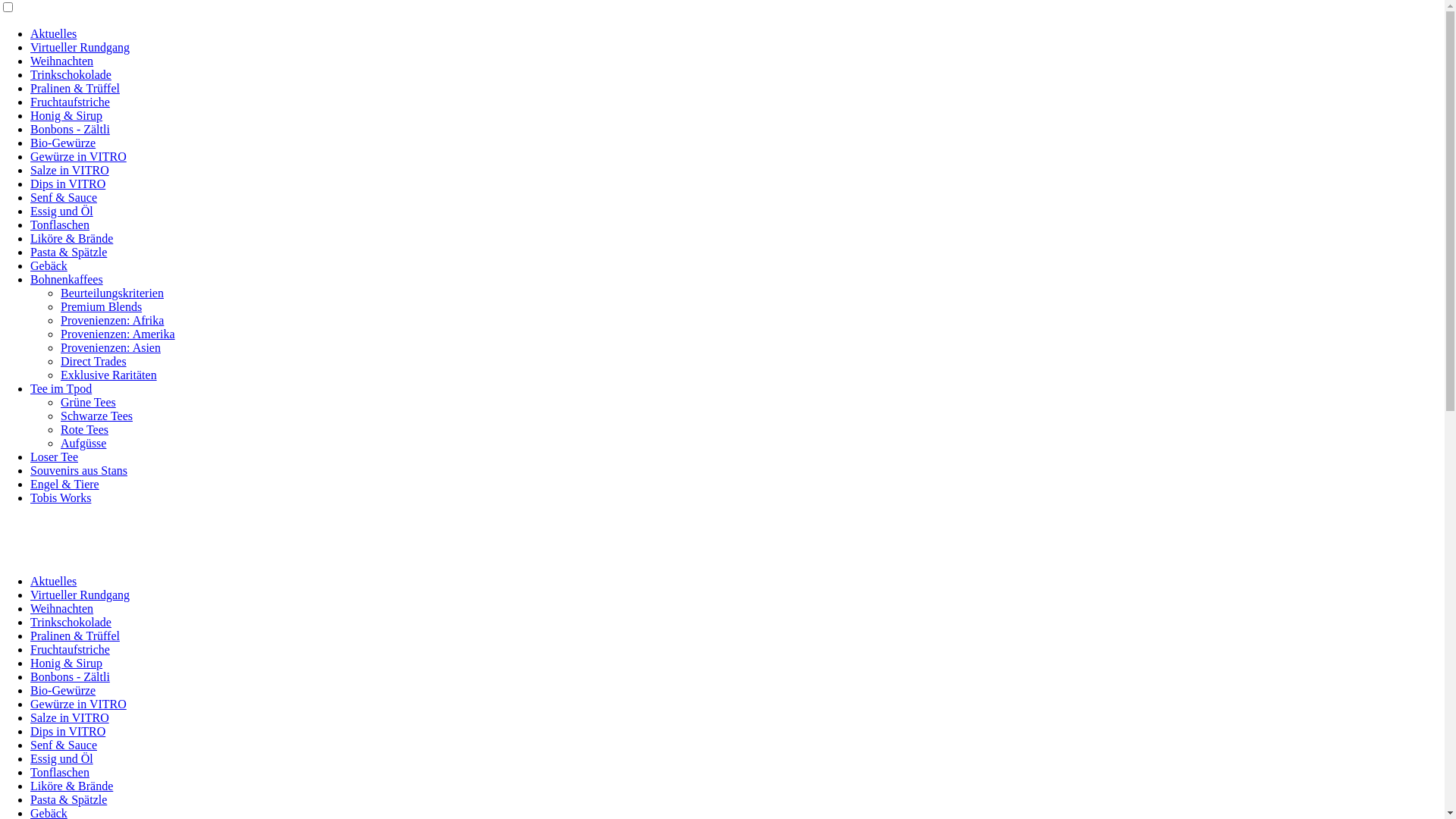 Image resolution: width=1456 pixels, height=819 pixels. What do you see at coordinates (93, 361) in the screenshot?
I see `'Direct Trades'` at bounding box center [93, 361].